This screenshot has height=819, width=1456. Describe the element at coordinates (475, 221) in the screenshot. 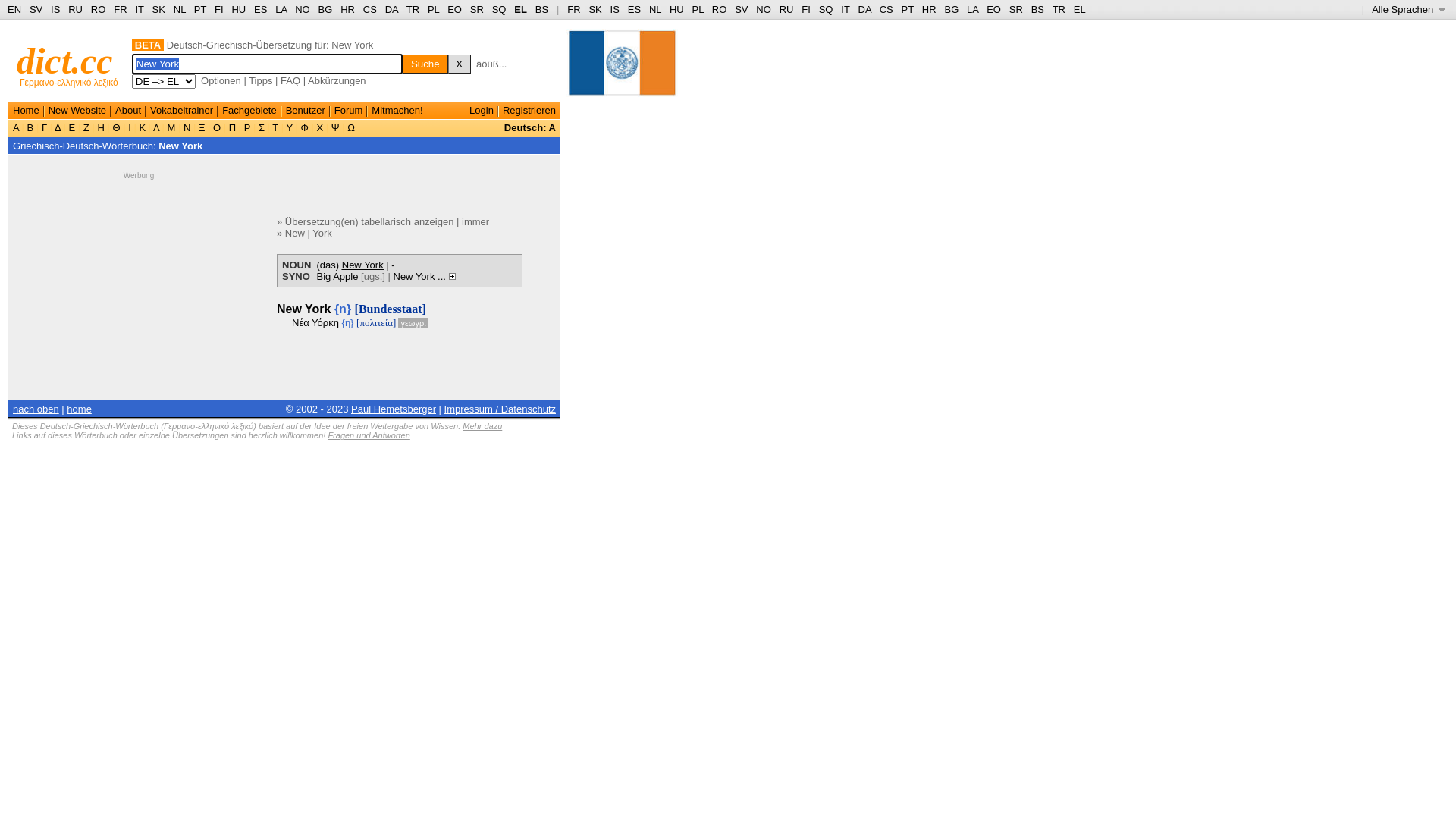

I see `'immer'` at that location.